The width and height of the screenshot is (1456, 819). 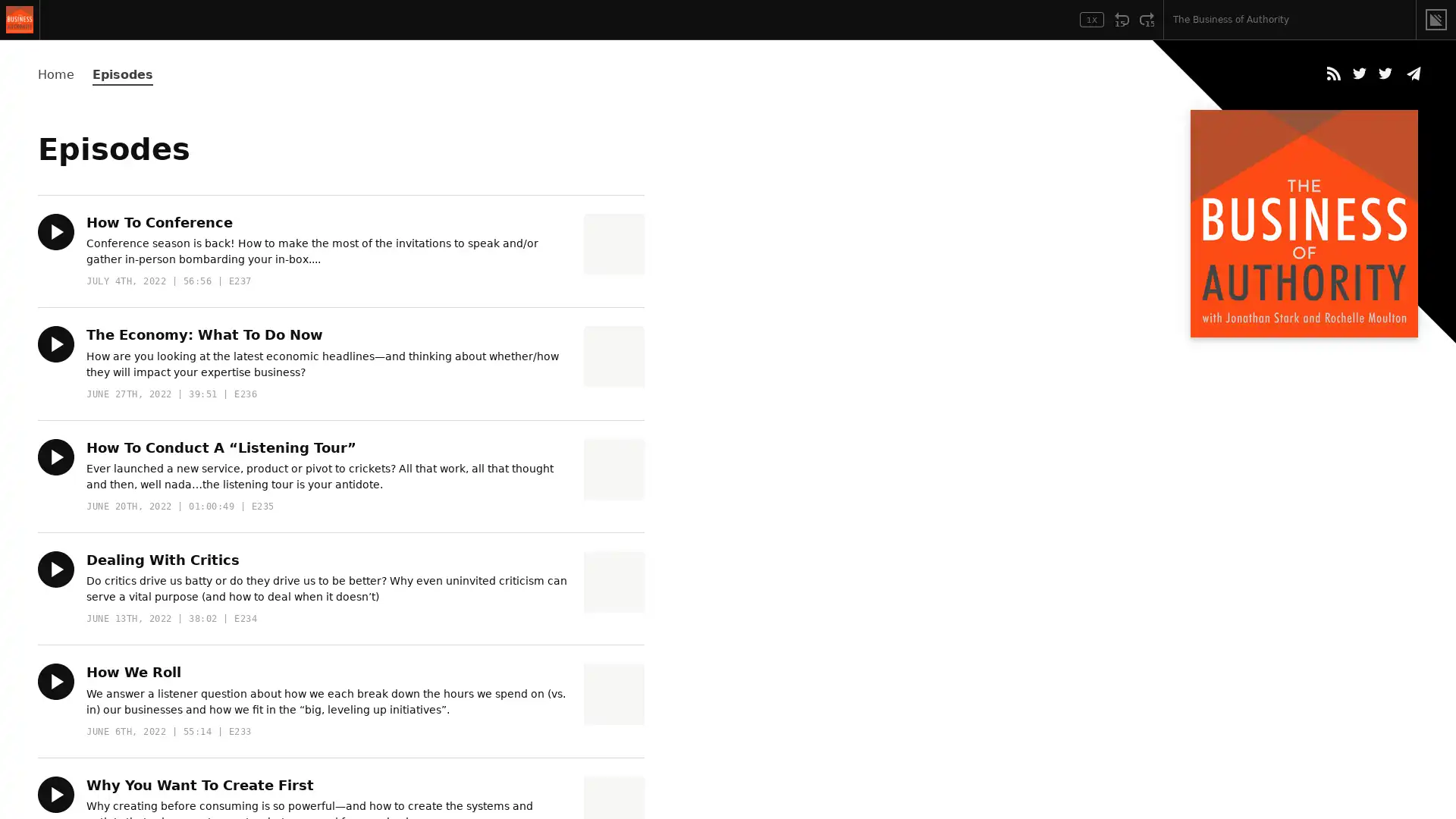 I want to click on Play, so click(x=55, y=455).